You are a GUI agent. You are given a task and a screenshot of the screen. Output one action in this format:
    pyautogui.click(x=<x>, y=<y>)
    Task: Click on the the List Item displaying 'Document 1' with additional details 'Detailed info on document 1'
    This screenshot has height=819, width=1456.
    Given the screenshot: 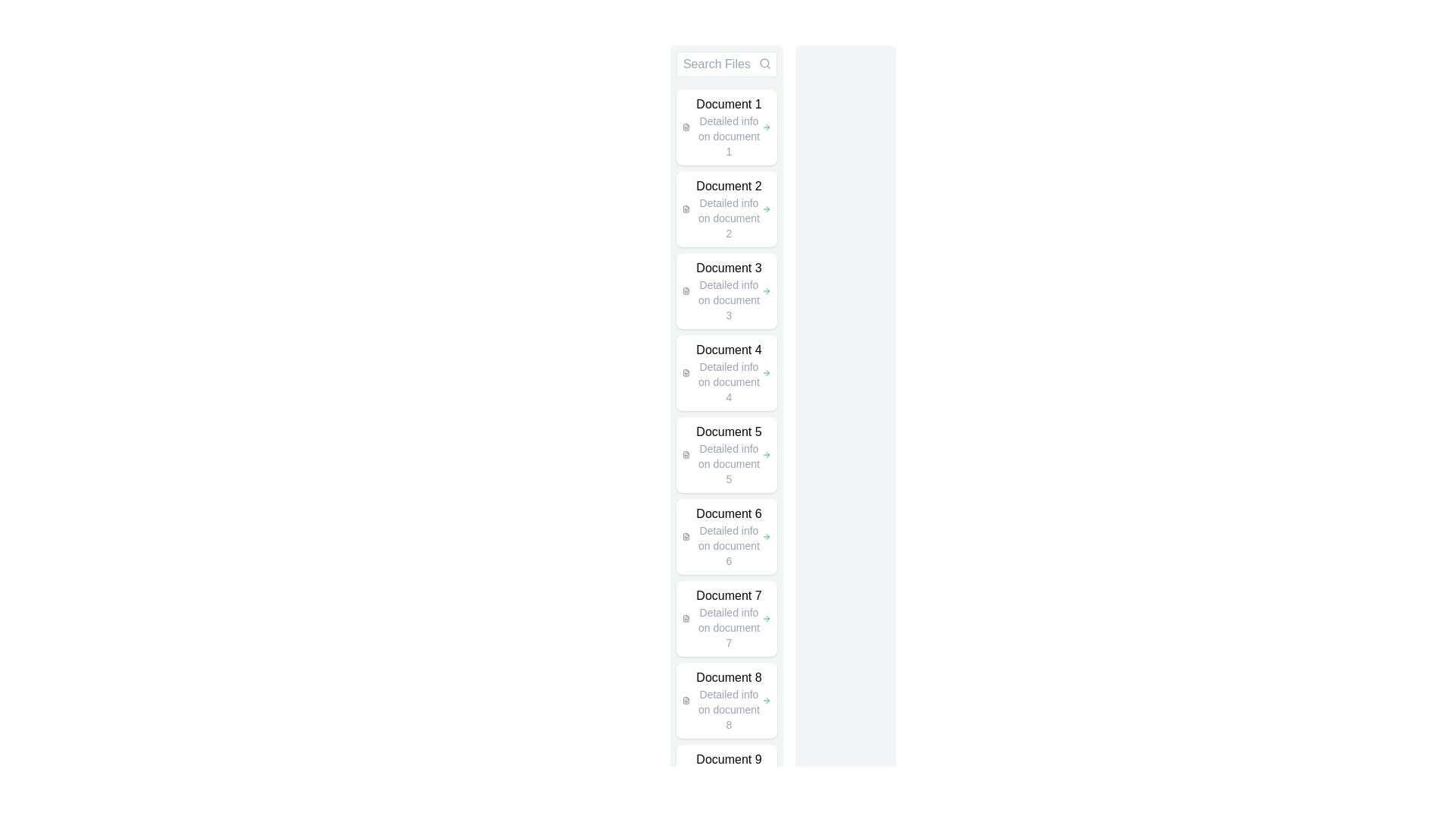 What is the action you would take?
    pyautogui.click(x=729, y=127)
    